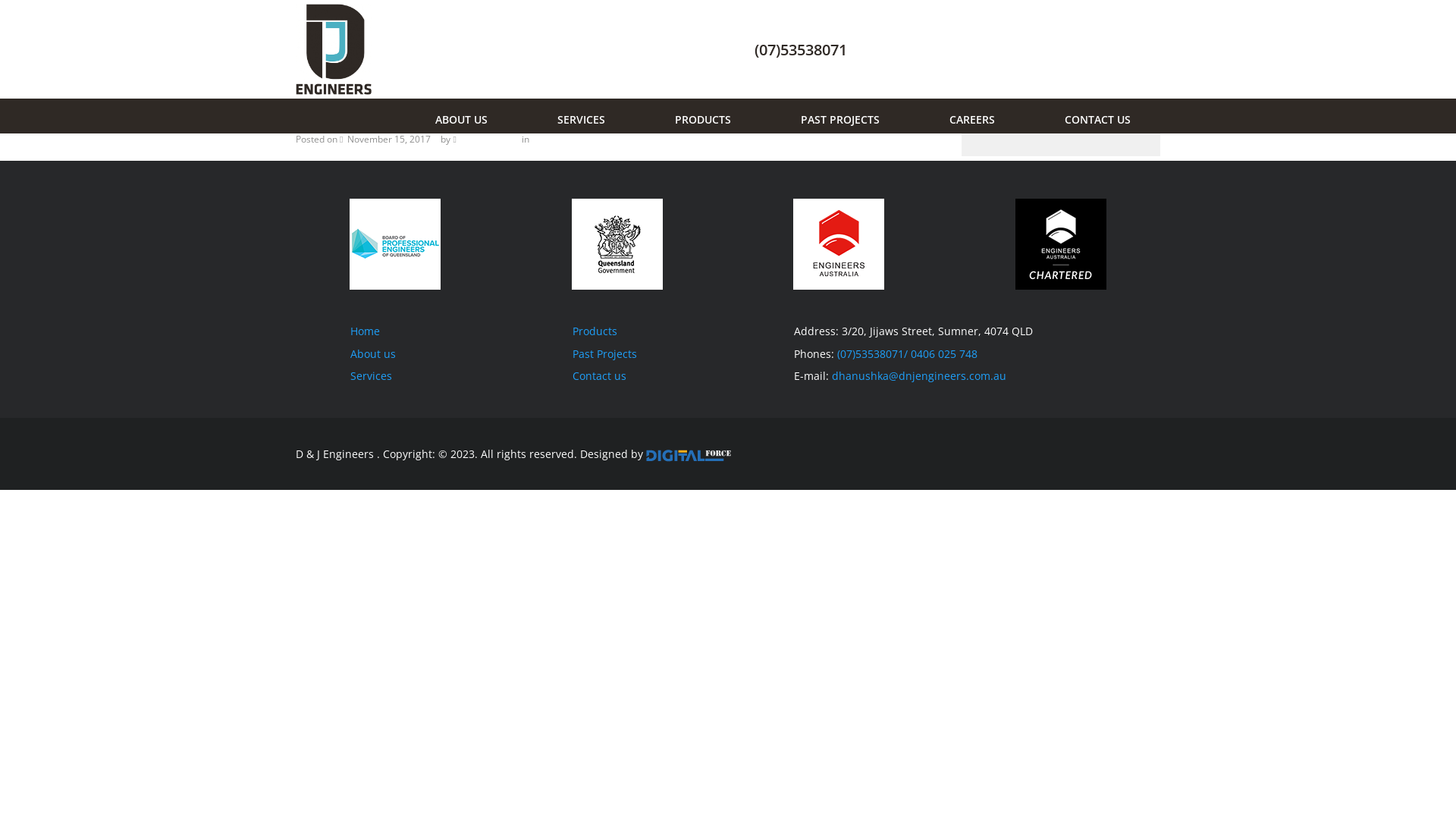  I want to click on 'Past Projects', so click(603, 353).